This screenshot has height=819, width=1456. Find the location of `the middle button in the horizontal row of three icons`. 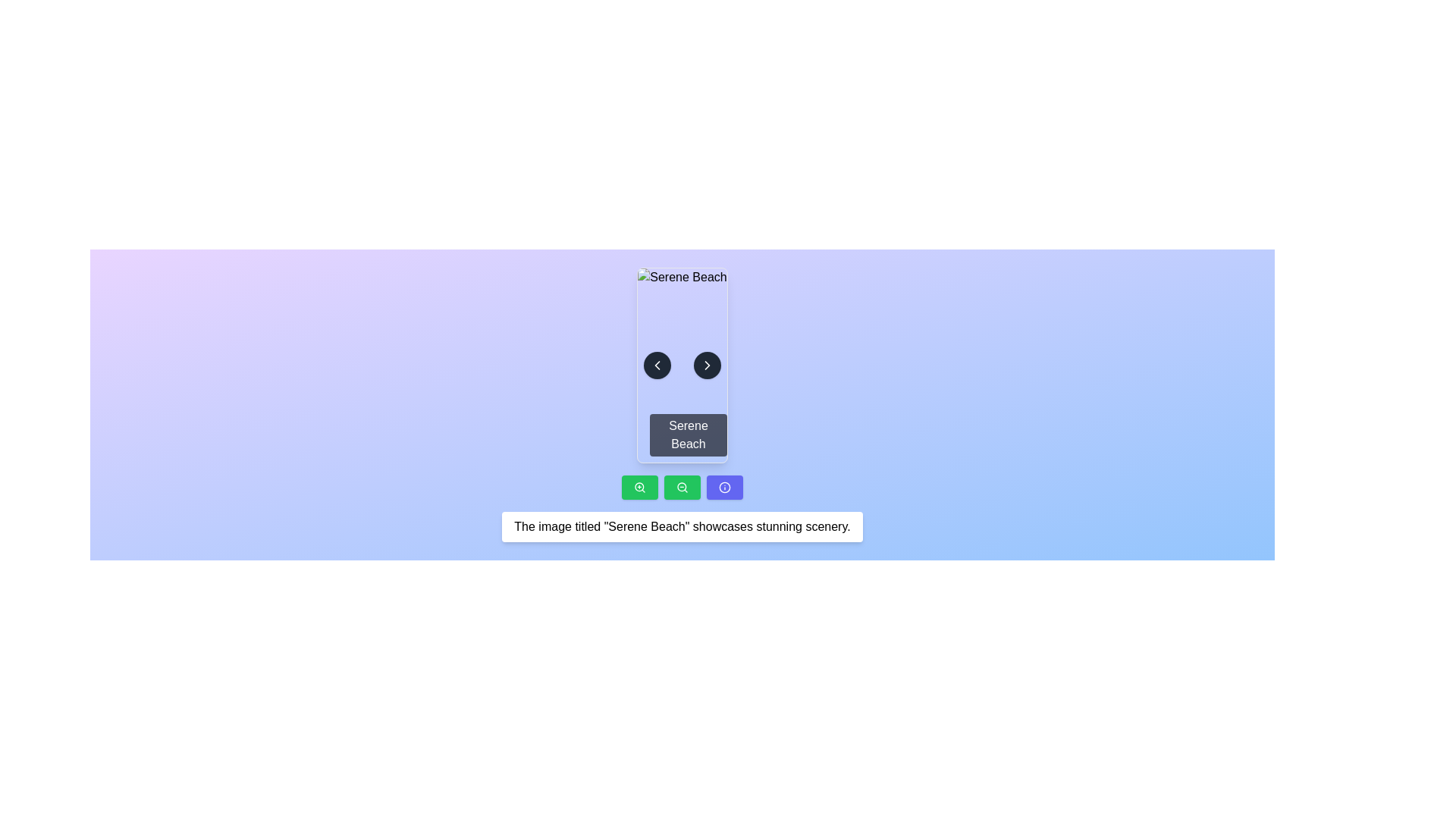

the middle button in the horizontal row of three icons is located at coordinates (682, 488).